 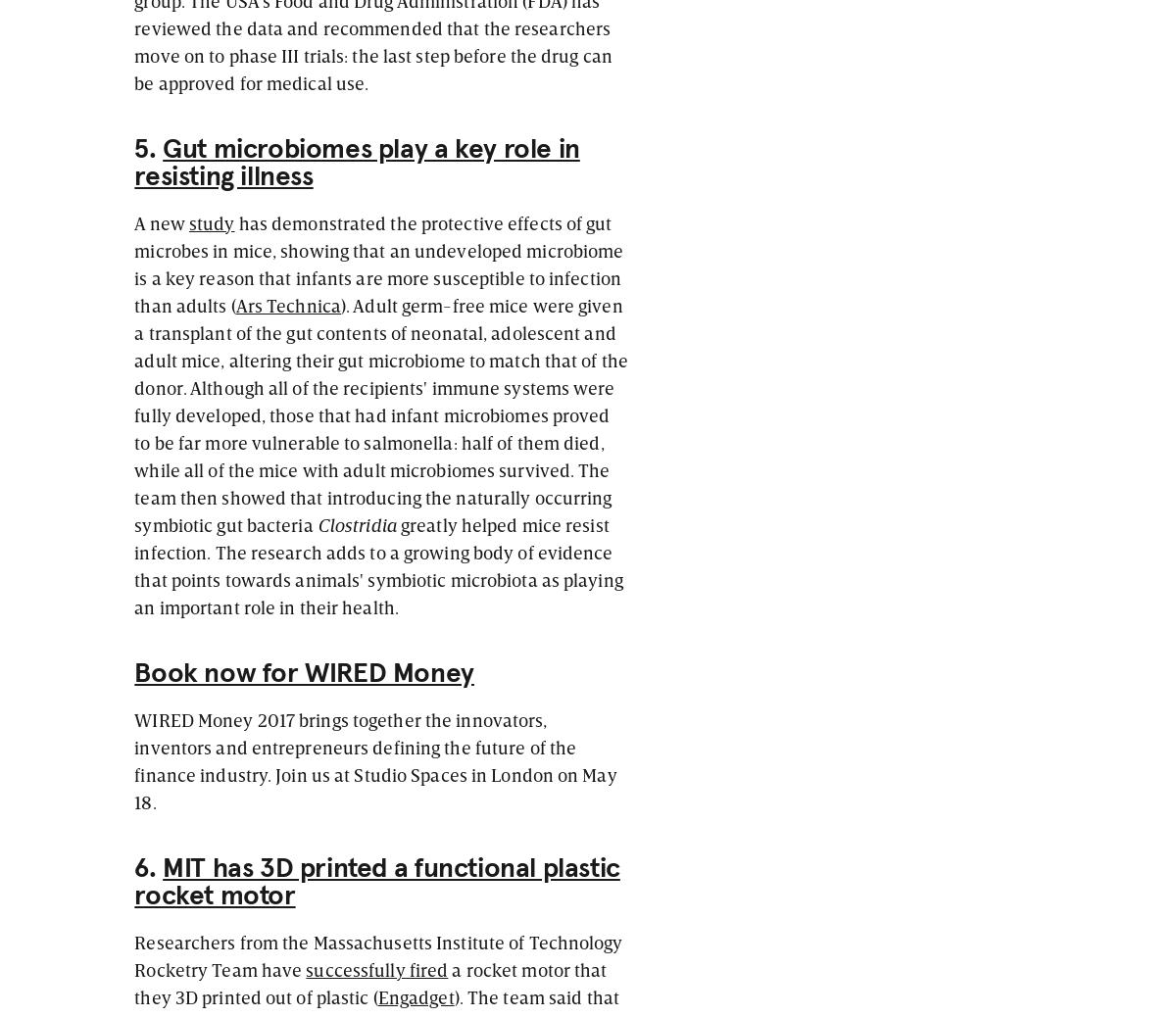 I want to click on 'Book now for WIRED Money', so click(x=303, y=671).